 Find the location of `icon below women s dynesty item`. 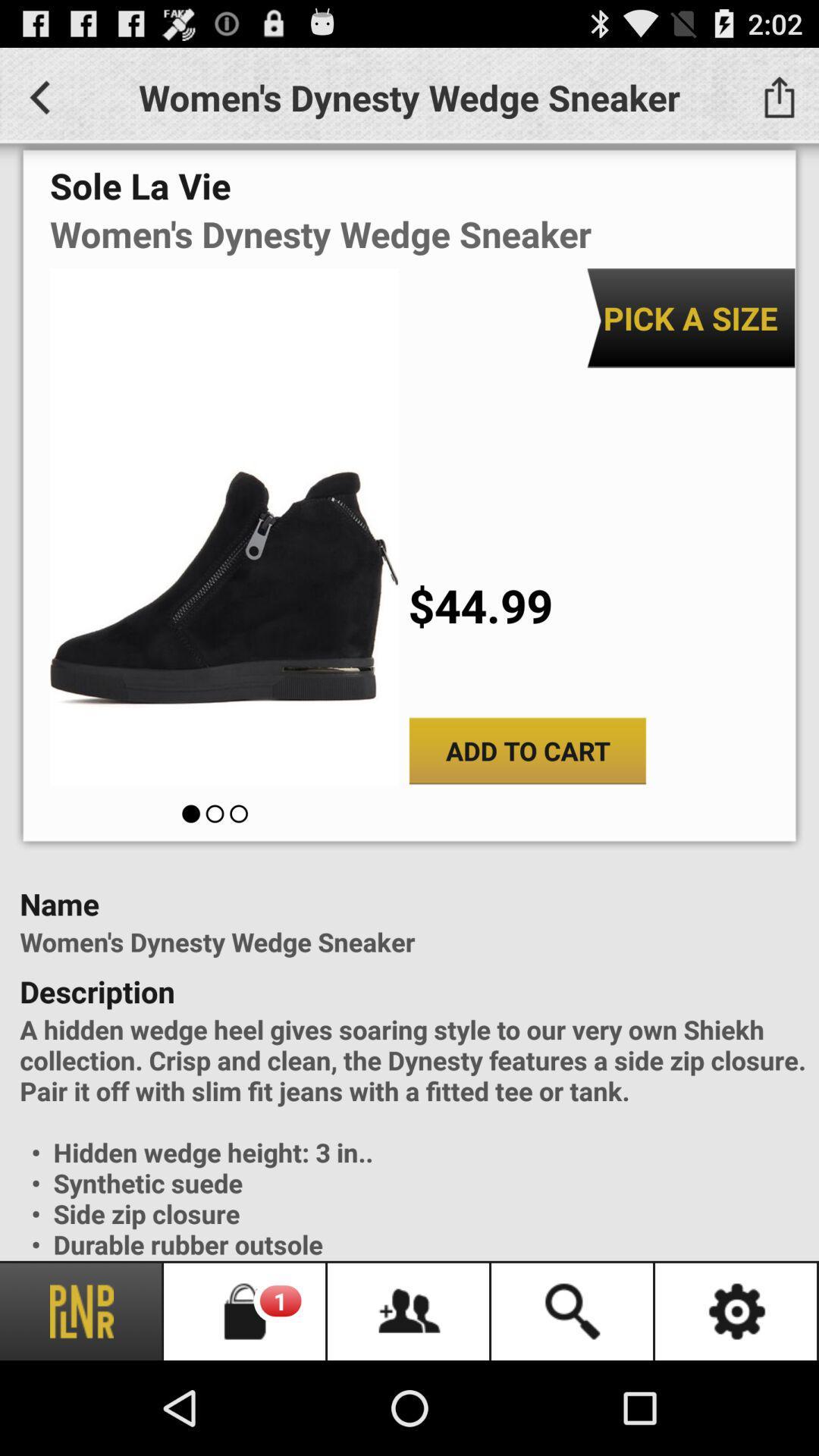

icon below women s dynesty item is located at coordinates (690, 317).